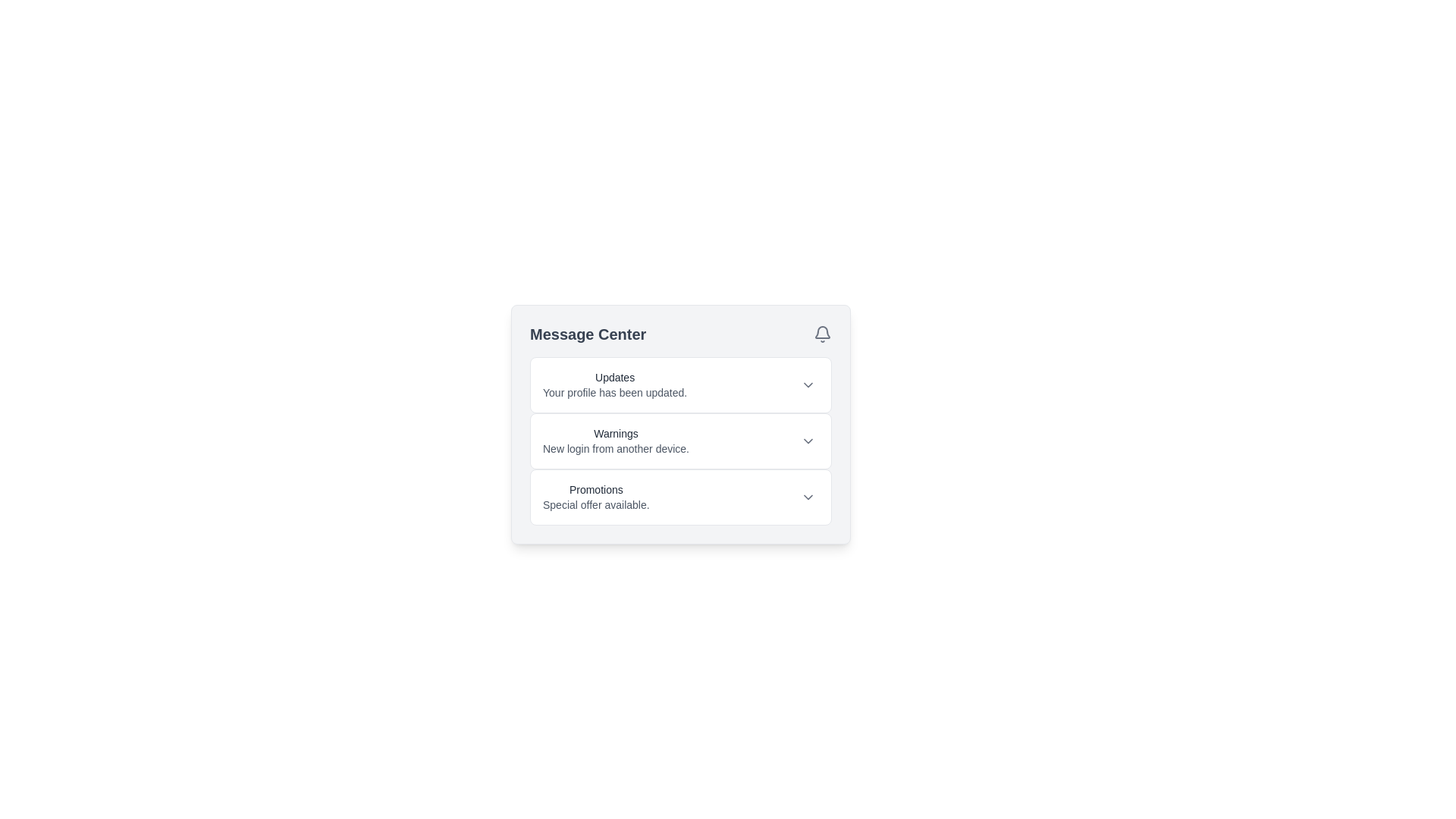  I want to click on the collapsible section header for notifications, so click(679, 384).